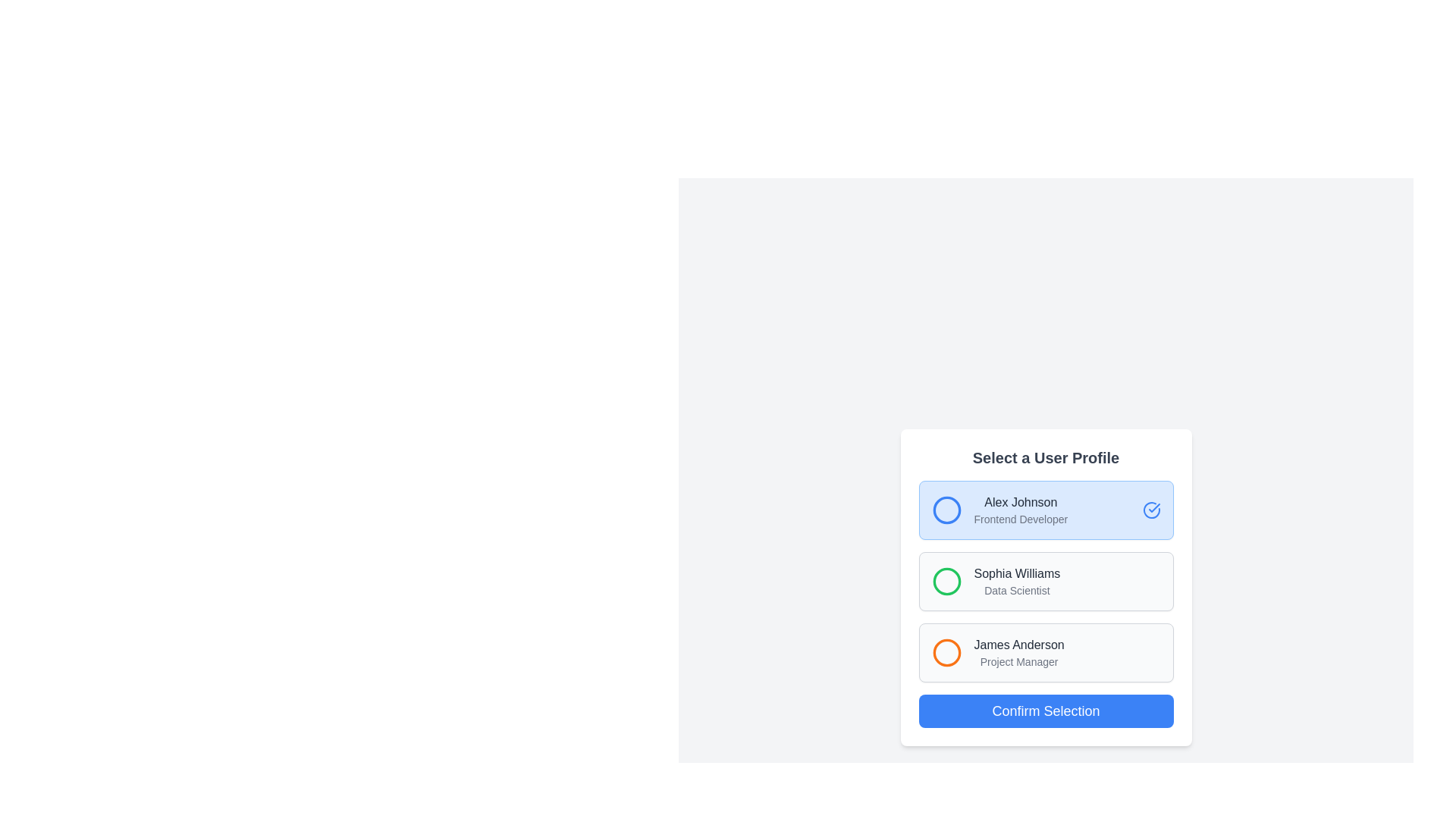  What do you see at coordinates (946, 581) in the screenshot?
I see `the Circular Selection Indicator with a green outline` at bounding box center [946, 581].